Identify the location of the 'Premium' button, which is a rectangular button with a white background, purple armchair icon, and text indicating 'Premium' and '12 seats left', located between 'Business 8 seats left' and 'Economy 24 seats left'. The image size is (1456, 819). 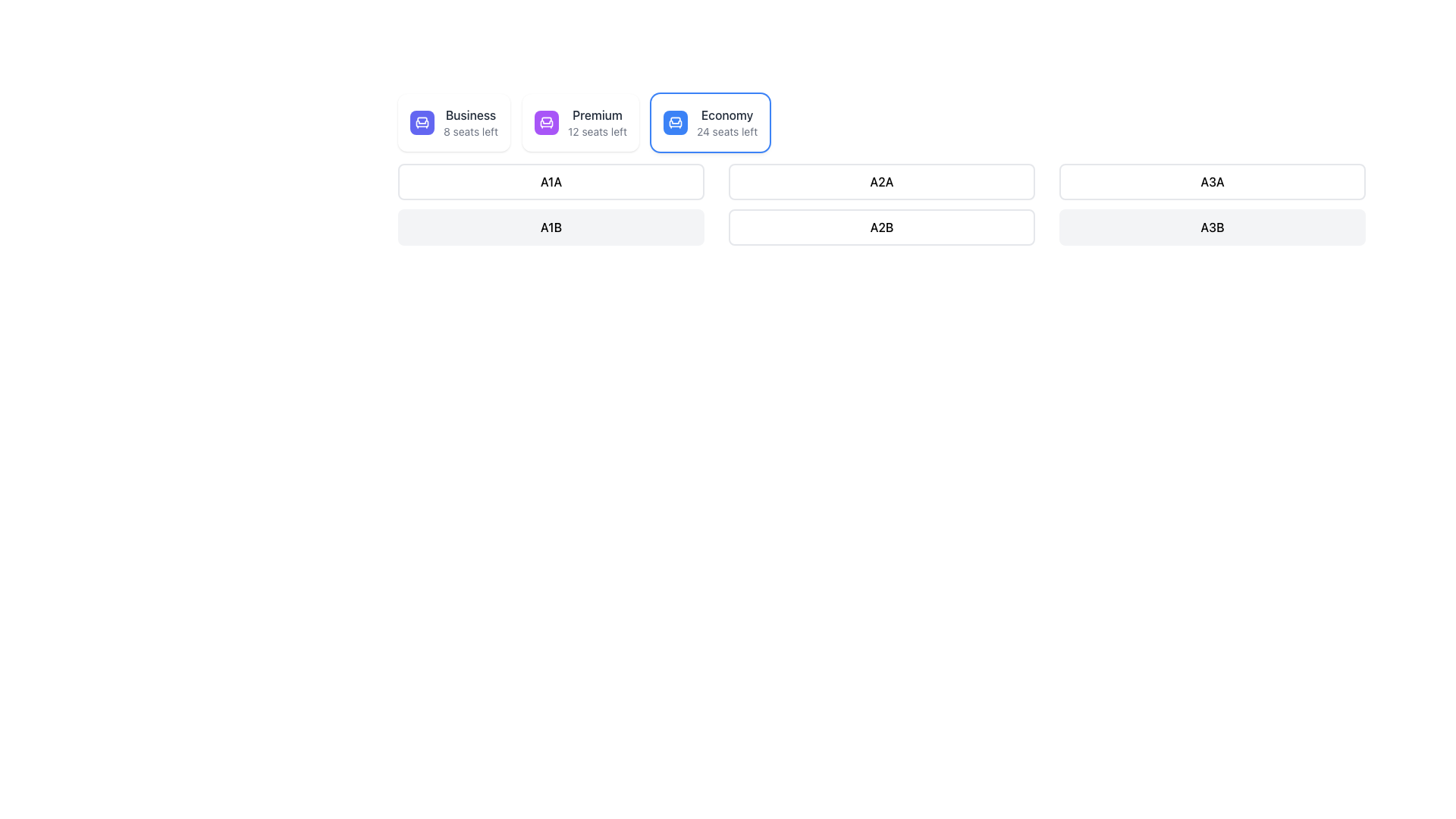
(580, 122).